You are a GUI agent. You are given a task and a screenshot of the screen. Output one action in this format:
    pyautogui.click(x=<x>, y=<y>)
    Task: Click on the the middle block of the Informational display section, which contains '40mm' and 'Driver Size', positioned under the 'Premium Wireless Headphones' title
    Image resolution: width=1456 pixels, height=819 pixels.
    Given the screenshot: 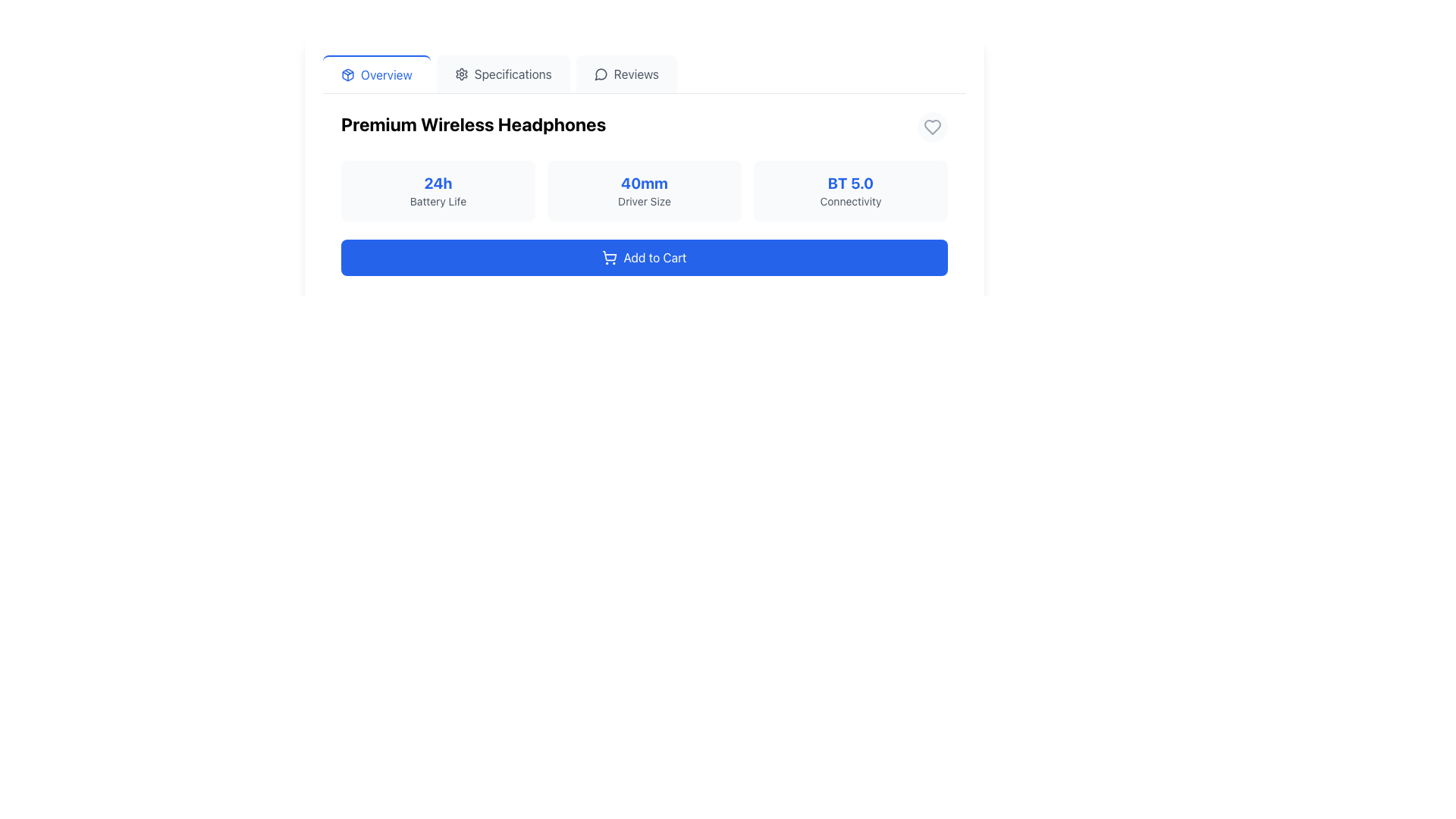 What is the action you would take?
    pyautogui.click(x=644, y=166)
    